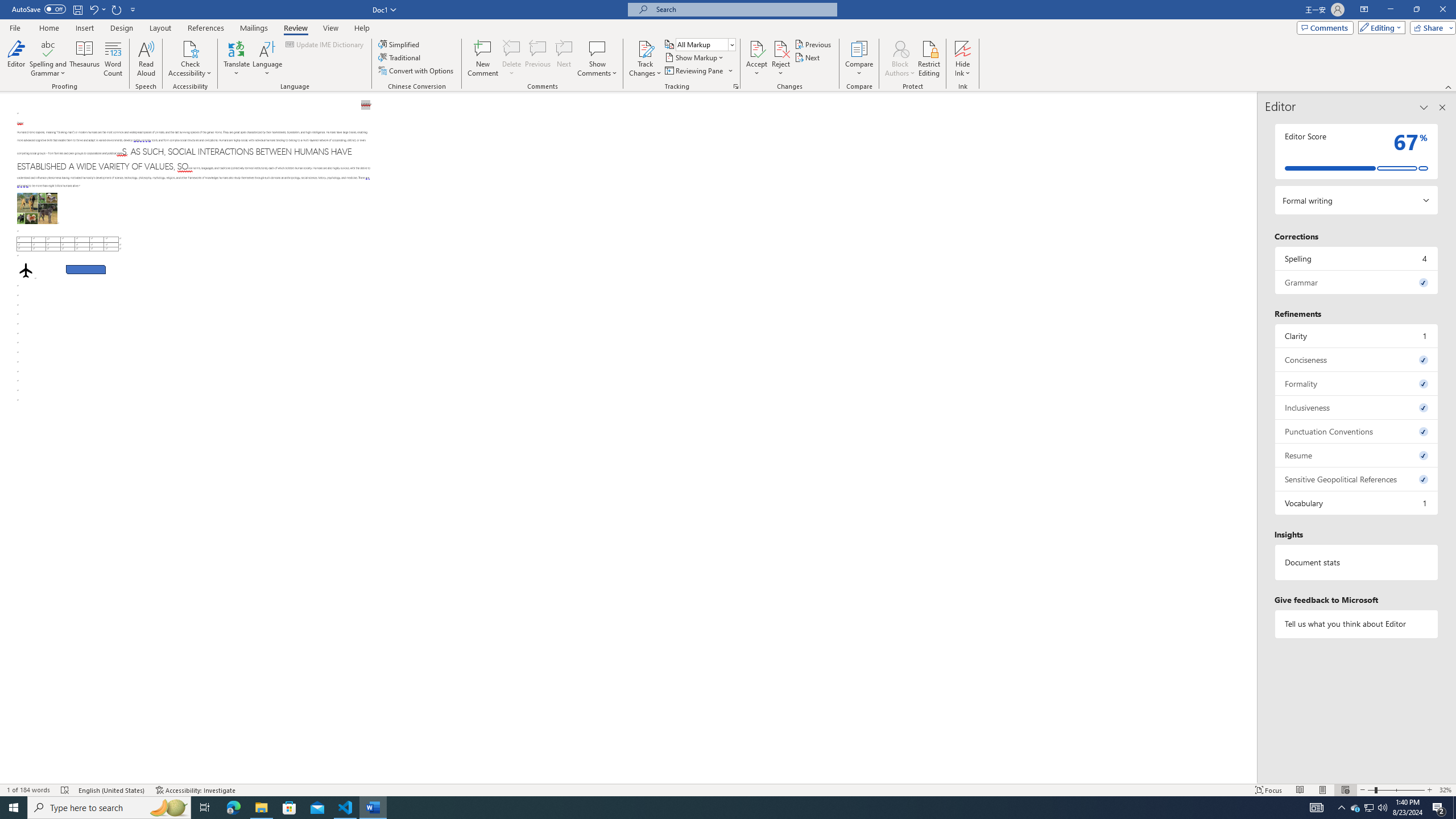  I want to click on 'Comments', so click(1325, 27).